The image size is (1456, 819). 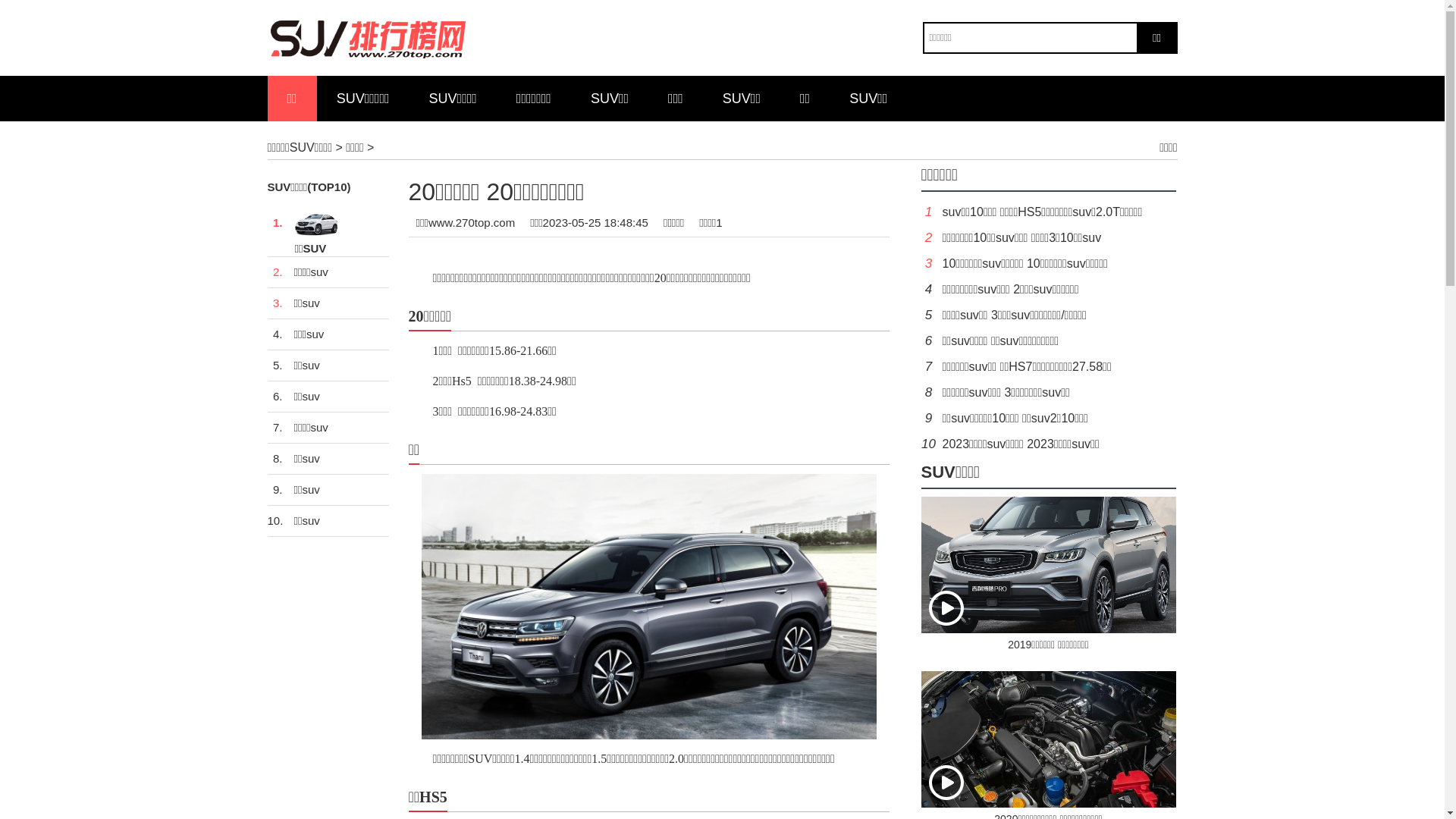 What do you see at coordinates (471, 222) in the screenshot?
I see `'www.270top.com'` at bounding box center [471, 222].